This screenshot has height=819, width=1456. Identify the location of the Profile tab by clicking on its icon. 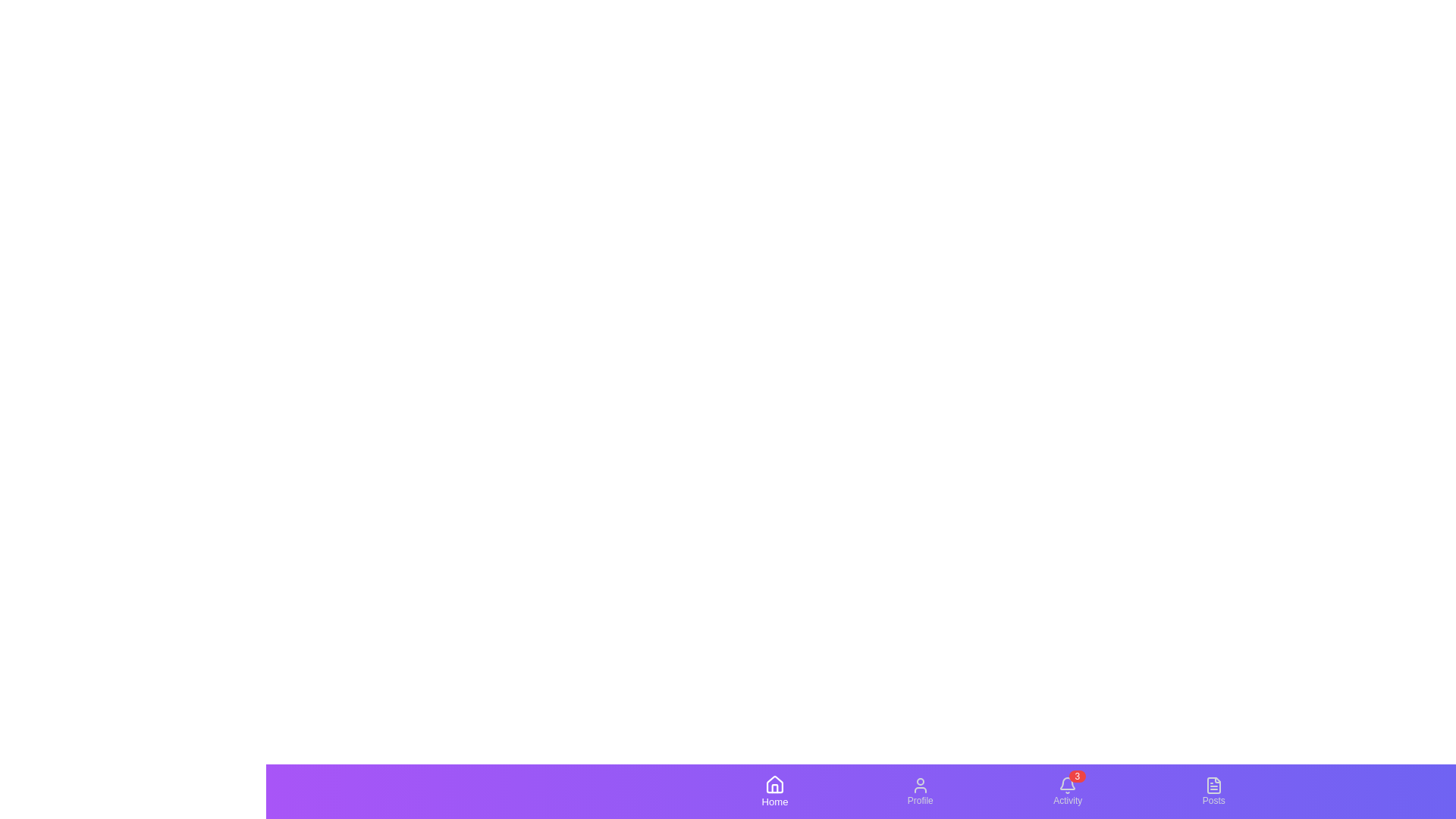
(919, 791).